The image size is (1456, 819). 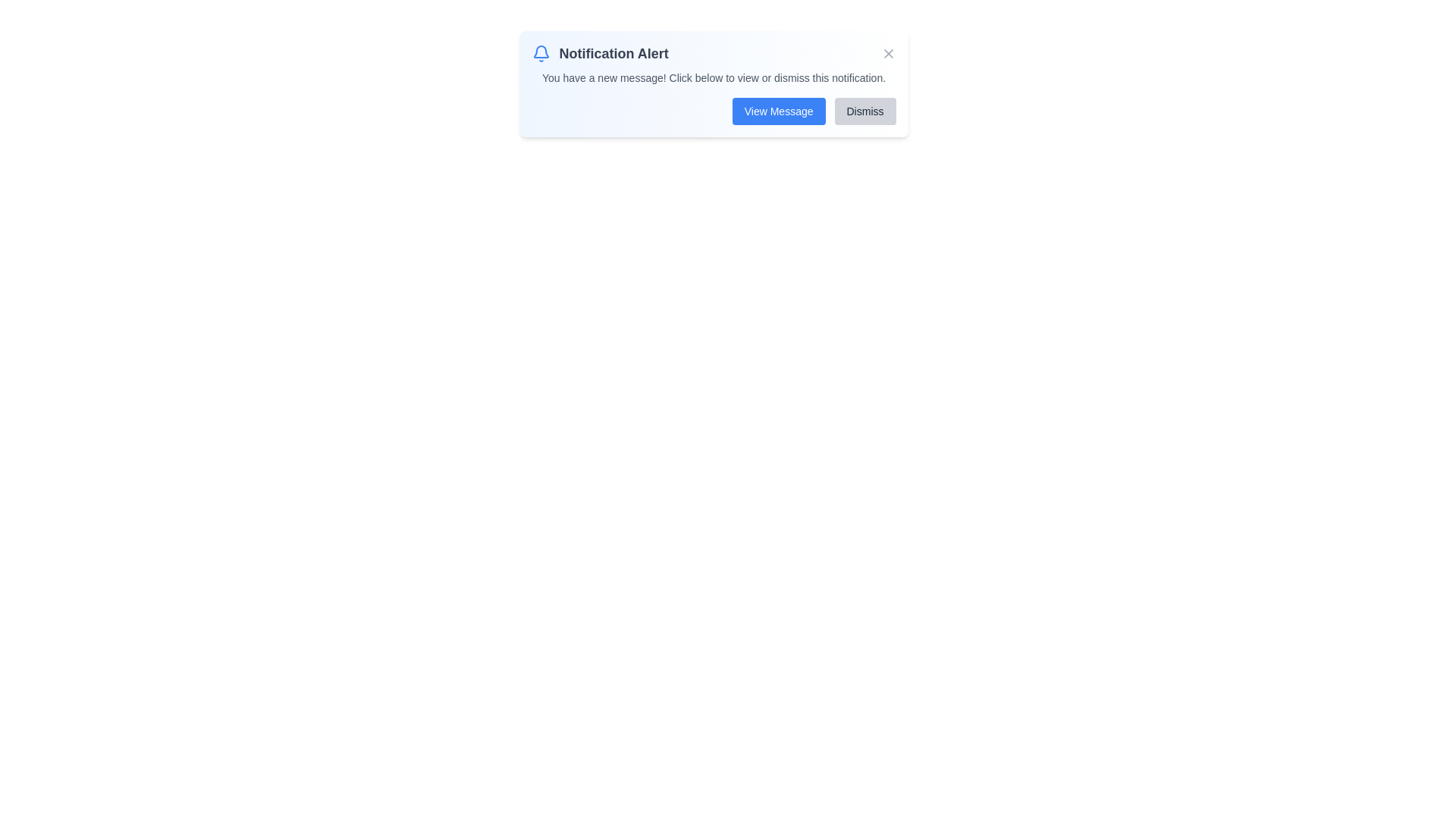 What do you see at coordinates (888, 52) in the screenshot?
I see `the close button to trigger its hover effect` at bounding box center [888, 52].